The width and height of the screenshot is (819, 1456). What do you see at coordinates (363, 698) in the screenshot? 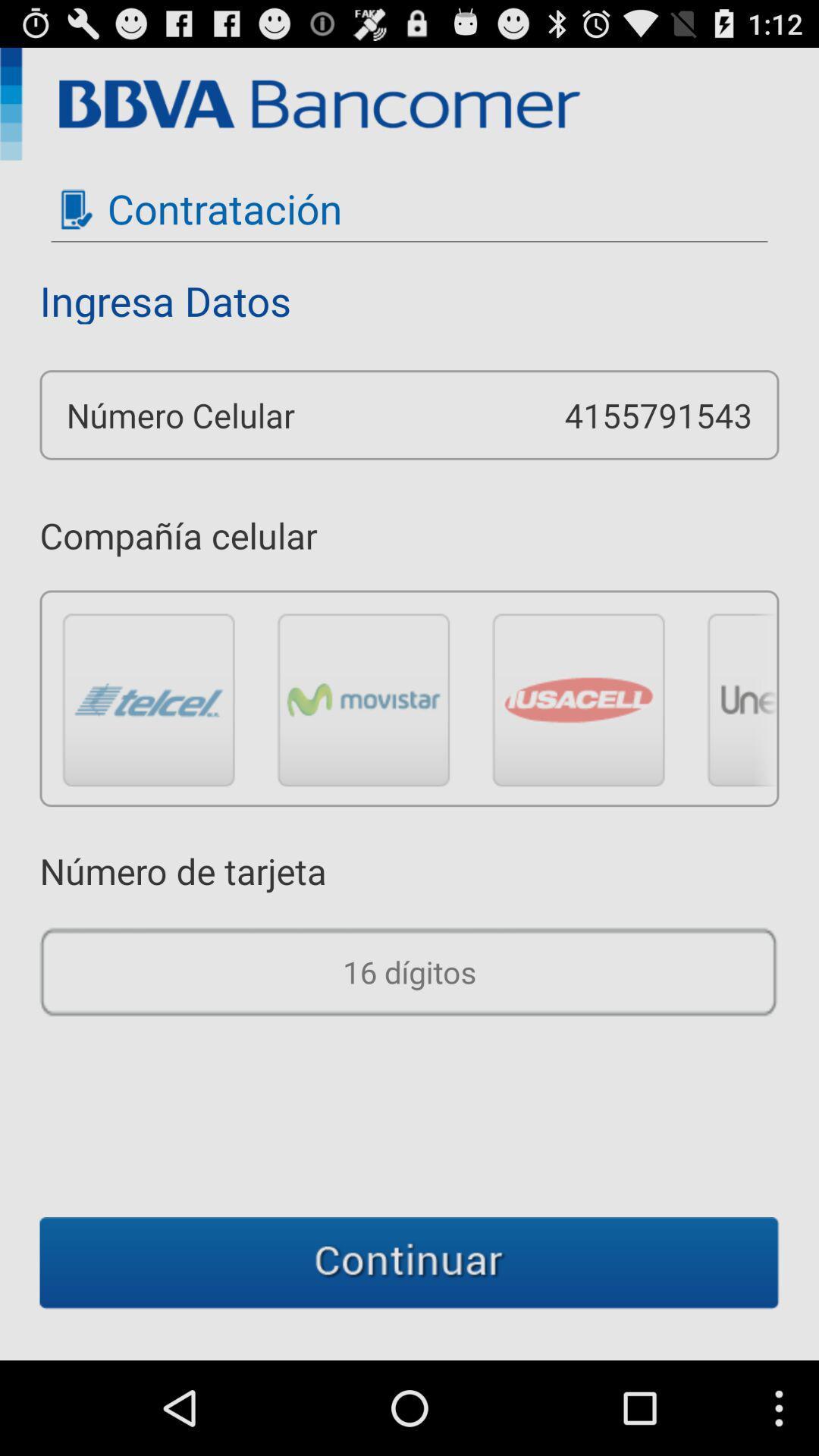
I see `choose movistar telco` at bounding box center [363, 698].